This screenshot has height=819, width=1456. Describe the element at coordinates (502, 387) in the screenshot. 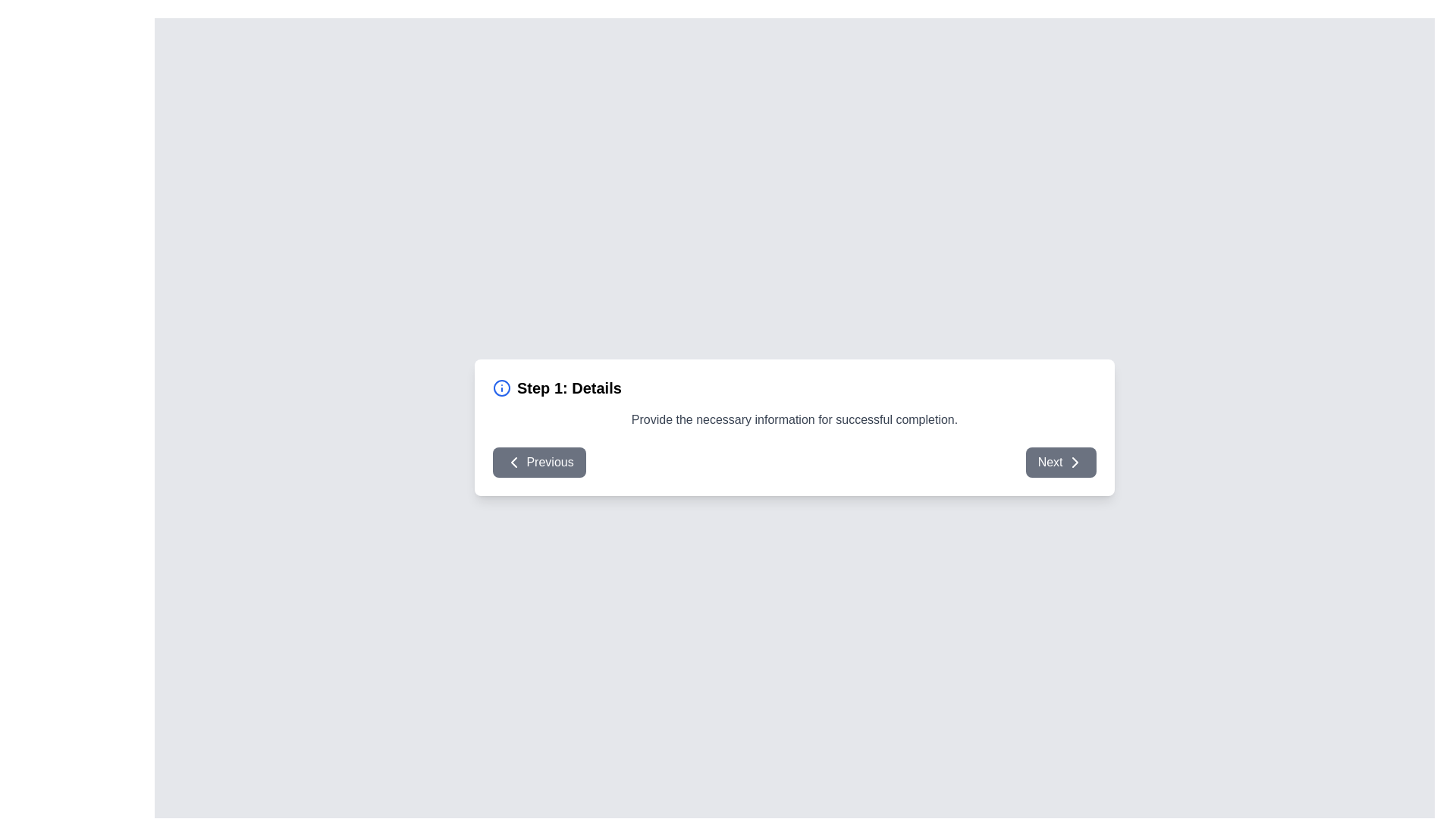

I see `the filled circular shape located centrally within the SVG icon adjacent to the step heading titled 'Step 1: Details'` at that location.